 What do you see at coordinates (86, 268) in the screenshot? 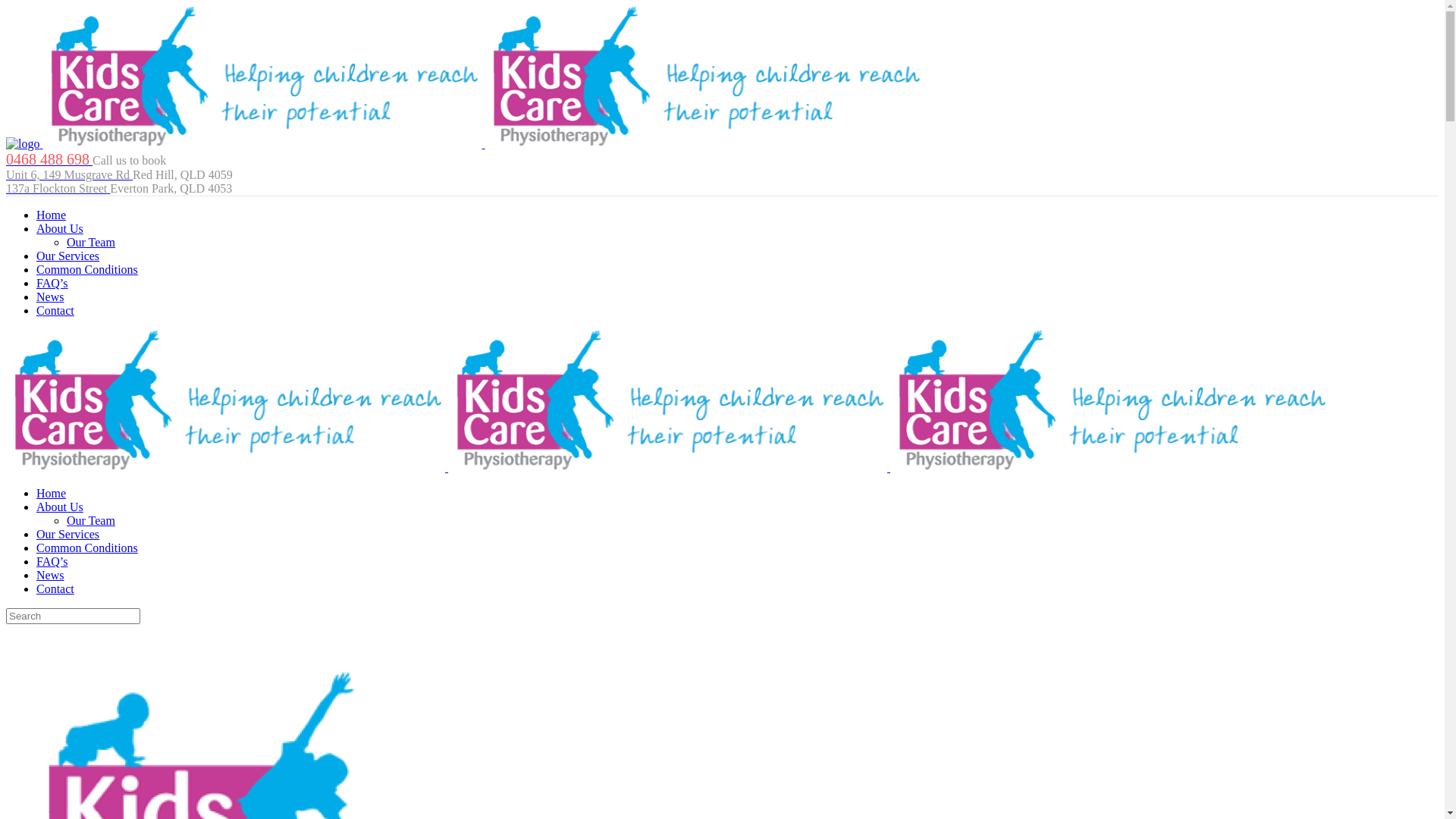
I see `'Common Conditions'` at bounding box center [86, 268].